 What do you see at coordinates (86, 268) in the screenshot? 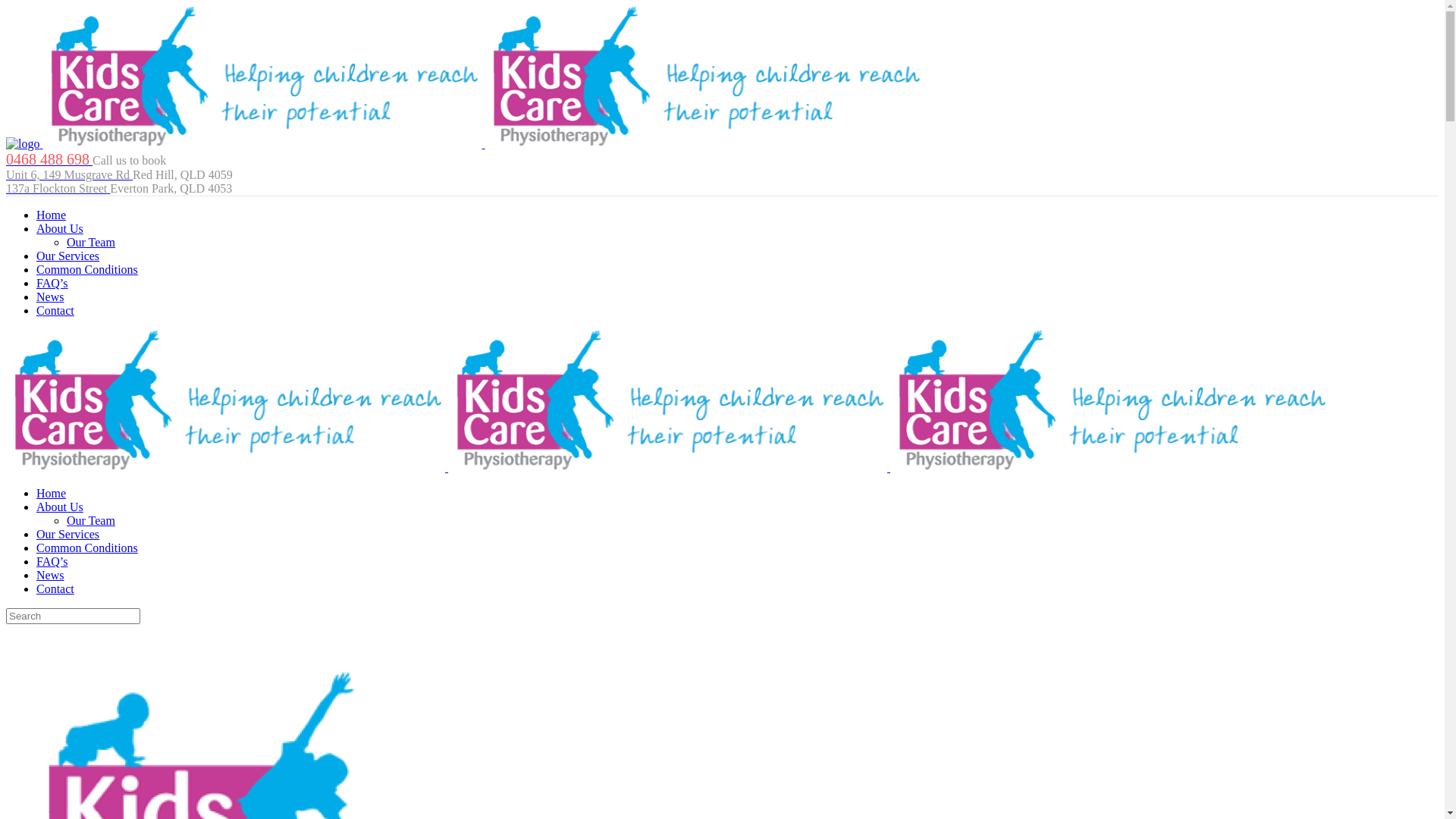
I see `'Common Conditions'` at bounding box center [86, 268].